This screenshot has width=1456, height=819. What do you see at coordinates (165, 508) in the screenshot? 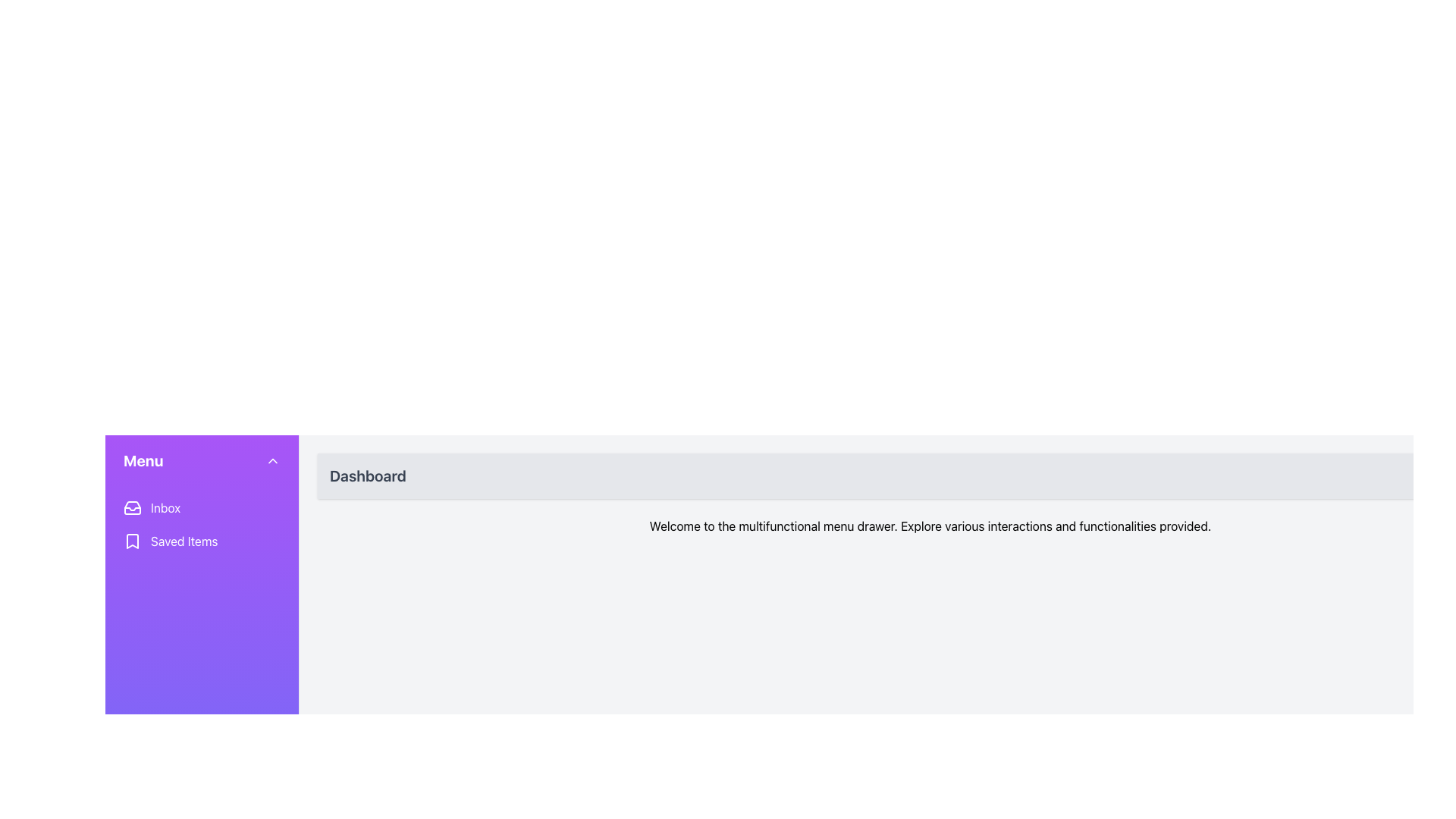
I see `the 'Inbox' text label located next to the inbox icon in the side navigation menu, which serves as a label for the inbox navigation option` at bounding box center [165, 508].